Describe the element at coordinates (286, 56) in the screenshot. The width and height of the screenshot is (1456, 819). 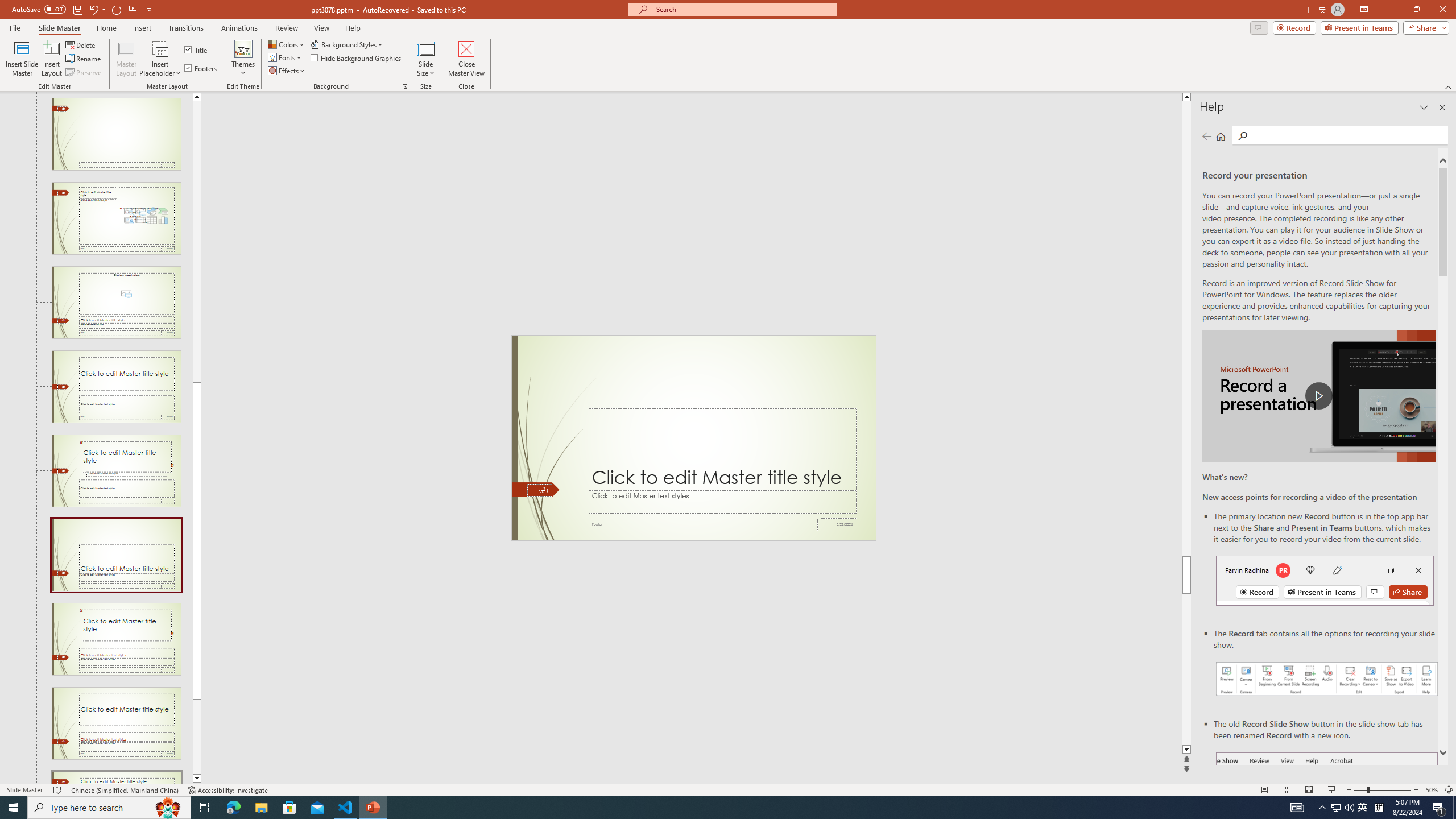
I see `'Fonts'` at that location.